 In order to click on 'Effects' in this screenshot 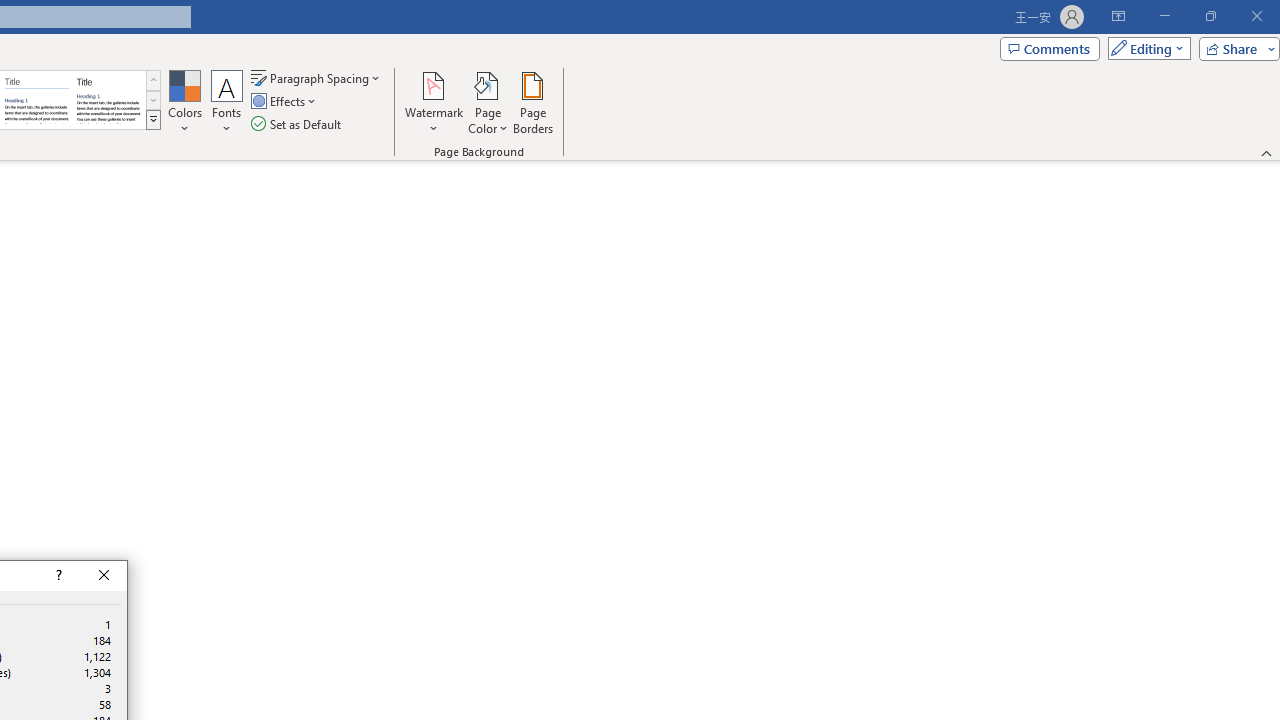, I will do `click(284, 101)`.